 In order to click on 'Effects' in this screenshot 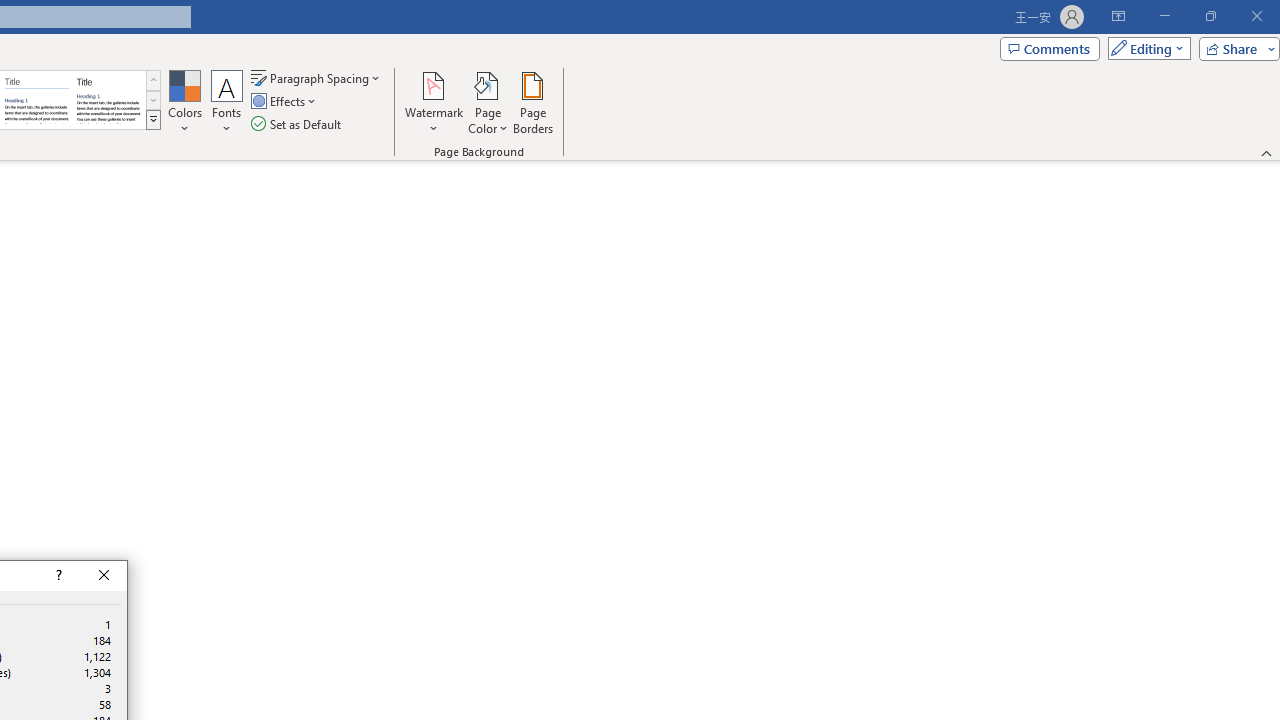, I will do `click(284, 101)`.